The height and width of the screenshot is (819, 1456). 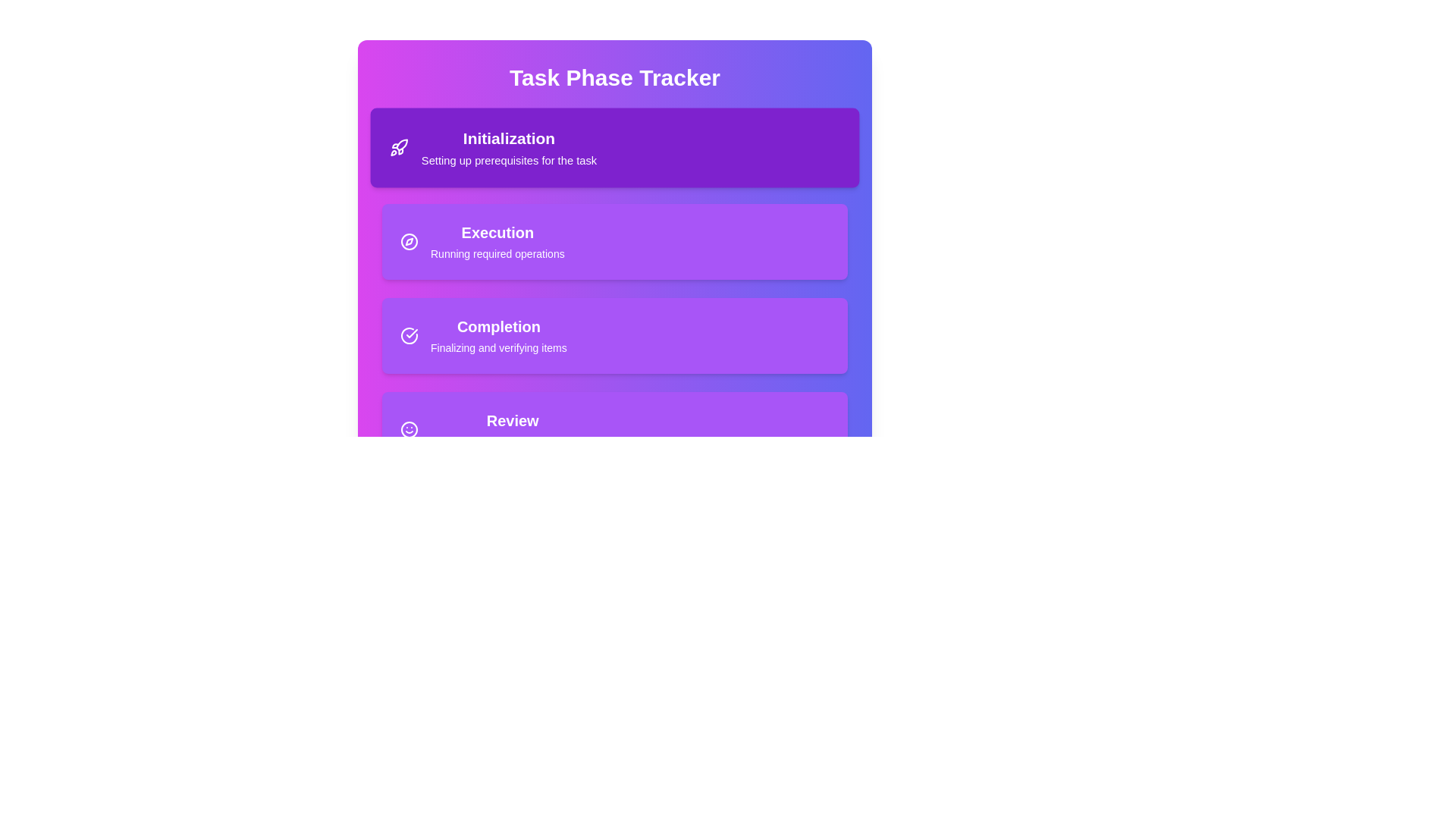 What do you see at coordinates (409, 241) in the screenshot?
I see `the circular SVG graphical component with a white outline located centrally within the compass icon in the 'Execution' row` at bounding box center [409, 241].